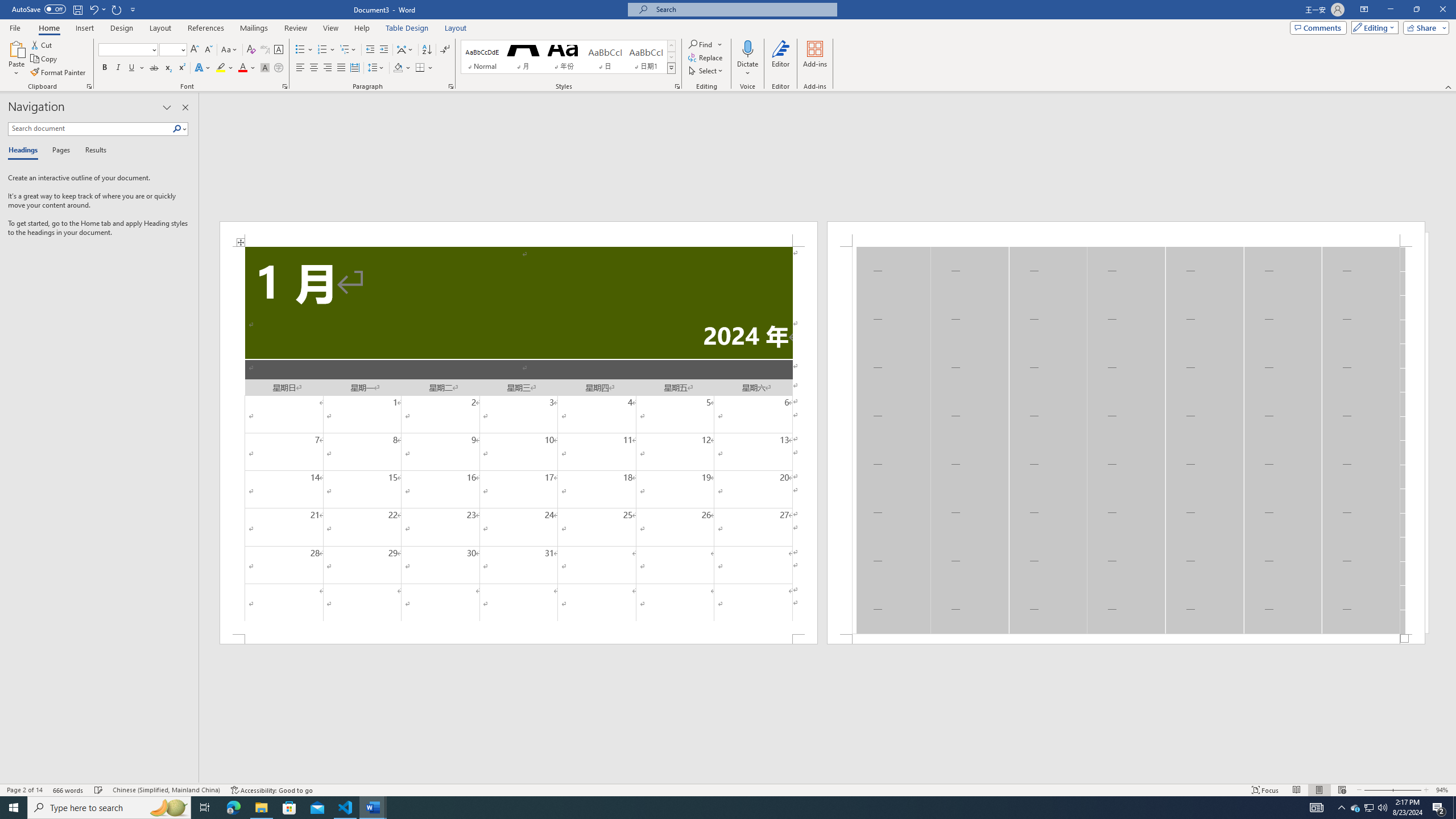 The height and width of the screenshot is (819, 1456). Describe the element at coordinates (728, 789) in the screenshot. I see `'Class: MsoCommandBar'` at that location.